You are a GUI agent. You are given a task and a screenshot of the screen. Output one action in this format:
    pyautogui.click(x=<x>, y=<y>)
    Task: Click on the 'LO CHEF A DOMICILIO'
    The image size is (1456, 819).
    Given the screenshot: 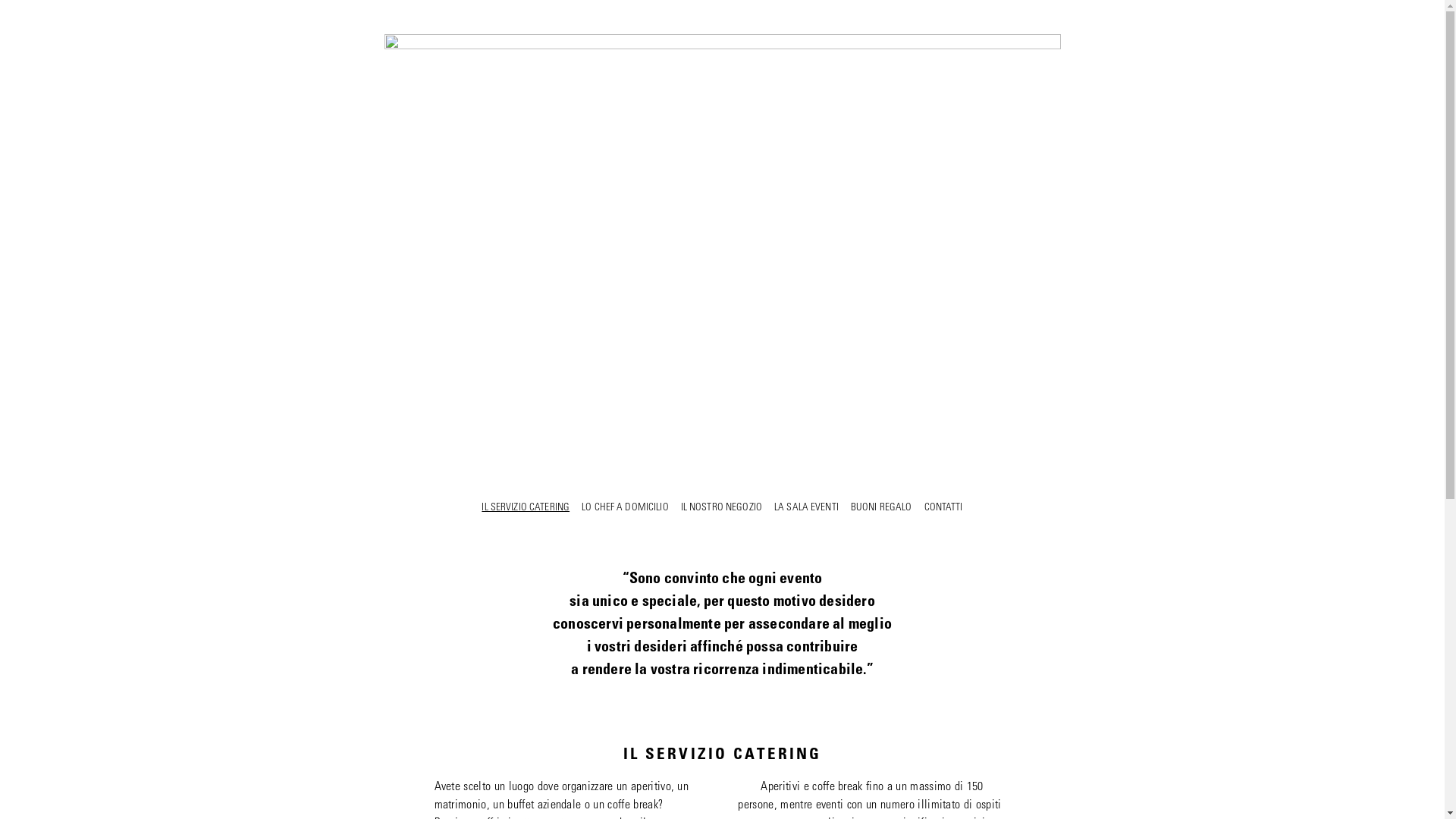 What is the action you would take?
    pyautogui.click(x=625, y=508)
    